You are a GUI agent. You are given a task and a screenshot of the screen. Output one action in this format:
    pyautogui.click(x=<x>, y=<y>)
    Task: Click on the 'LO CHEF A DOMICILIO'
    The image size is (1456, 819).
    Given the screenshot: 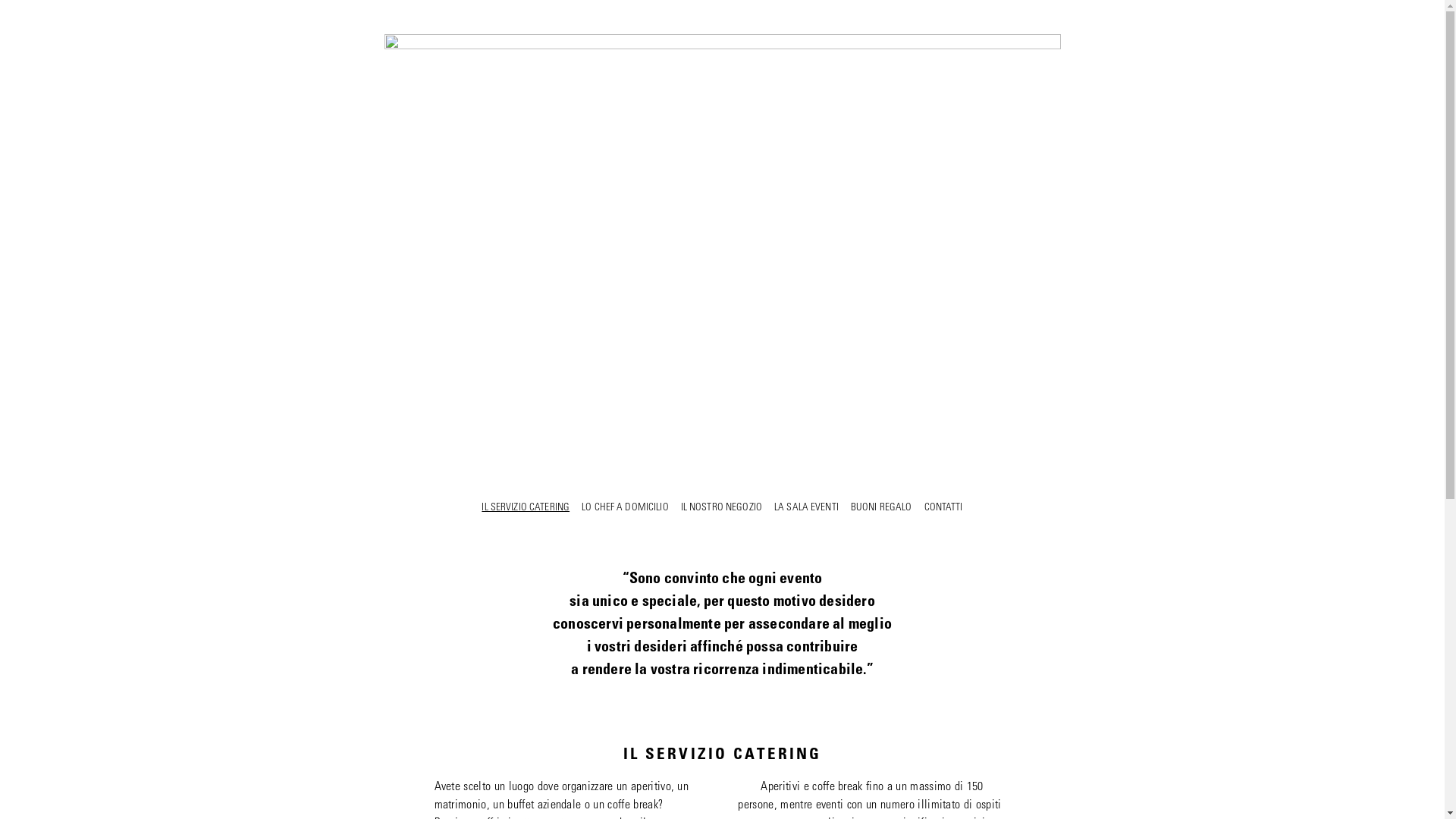 What is the action you would take?
    pyautogui.click(x=625, y=508)
    